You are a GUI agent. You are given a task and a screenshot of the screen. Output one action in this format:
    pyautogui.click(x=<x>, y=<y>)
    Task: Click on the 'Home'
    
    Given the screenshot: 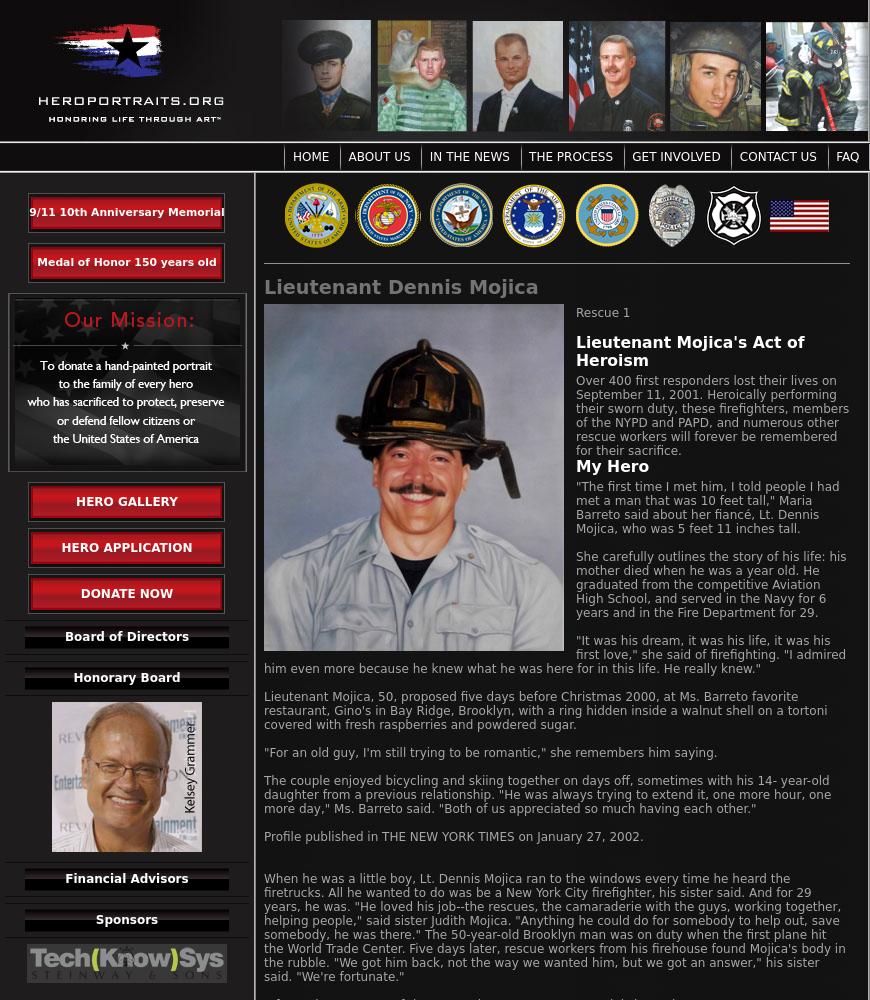 What is the action you would take?
    pyautogui.click(x=293, y=157)
    